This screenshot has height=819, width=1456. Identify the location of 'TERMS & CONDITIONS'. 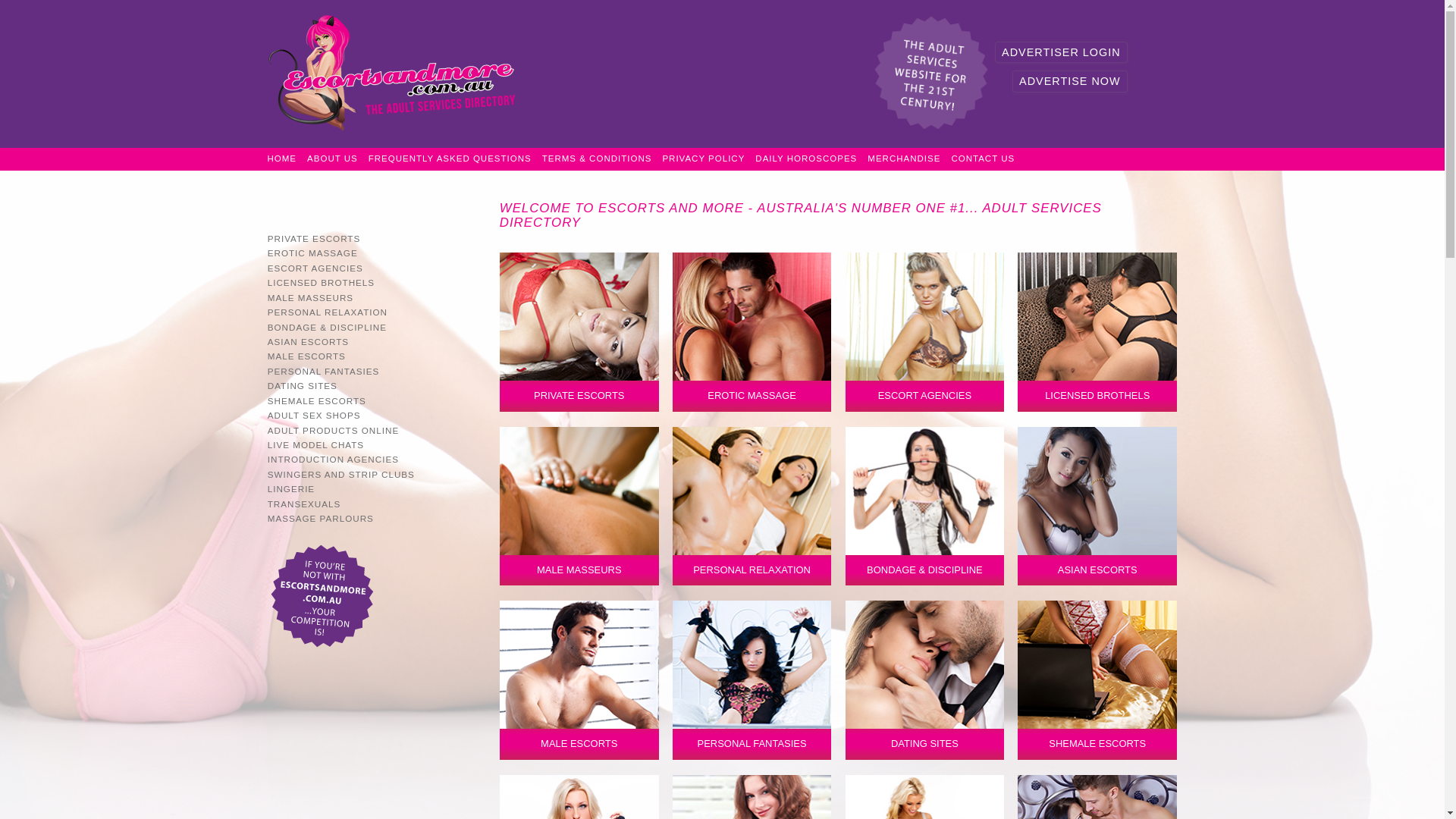
(596, 158).